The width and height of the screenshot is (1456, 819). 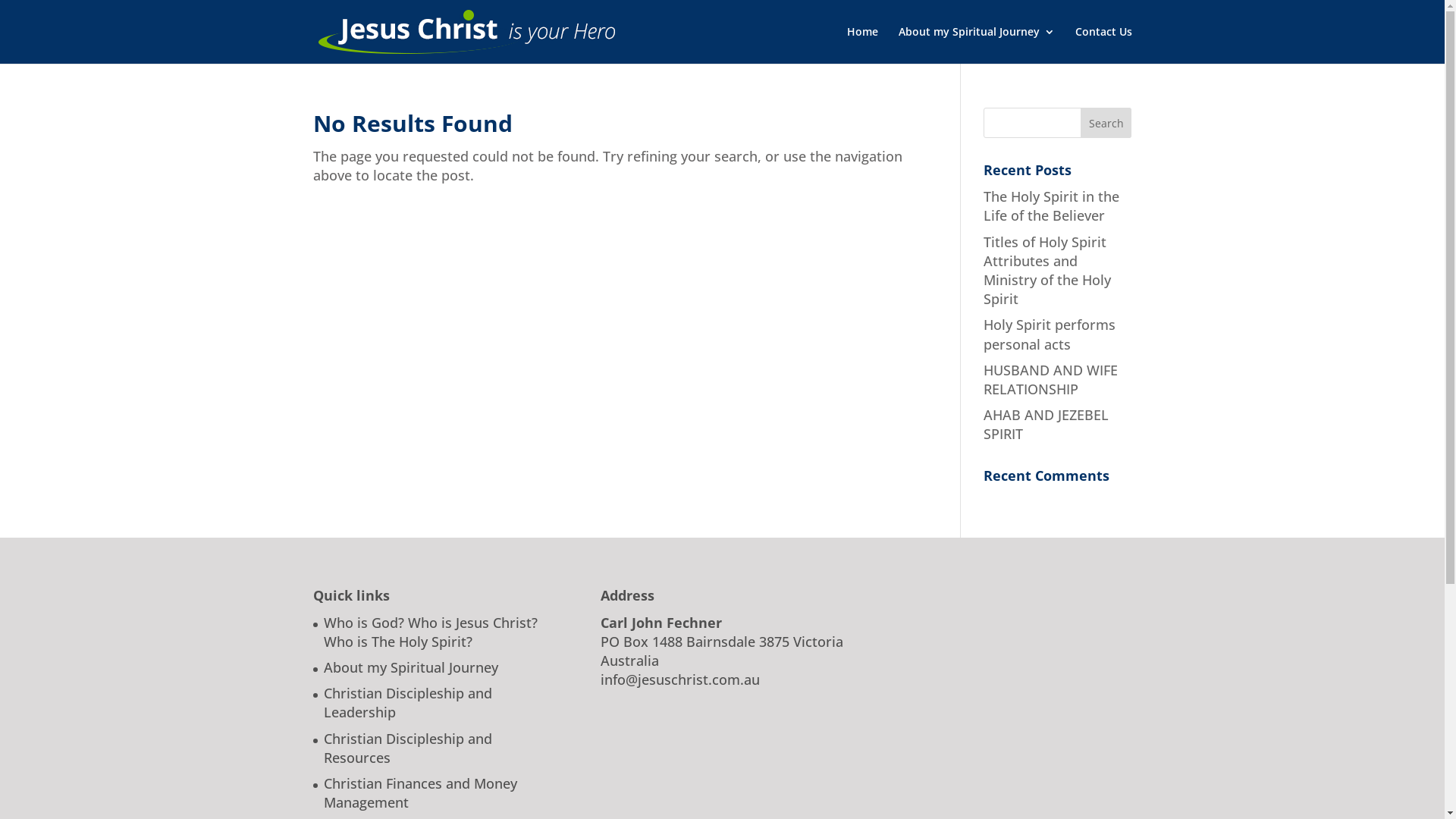 I want to click on 'Christian Finances and Money Management', so click(x=419, y=792).